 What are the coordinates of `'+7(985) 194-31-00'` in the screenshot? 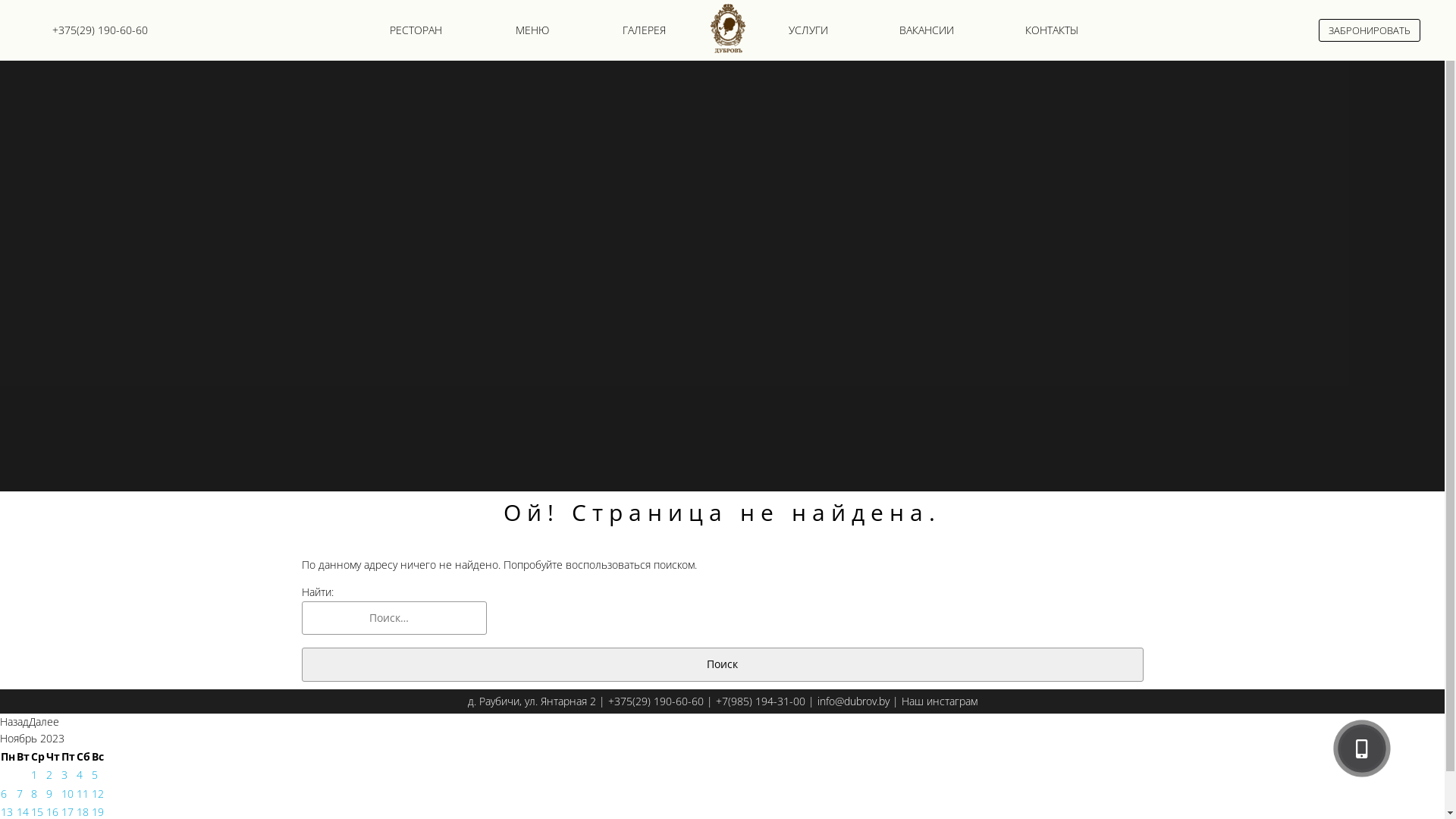 It's located at (715, 701).